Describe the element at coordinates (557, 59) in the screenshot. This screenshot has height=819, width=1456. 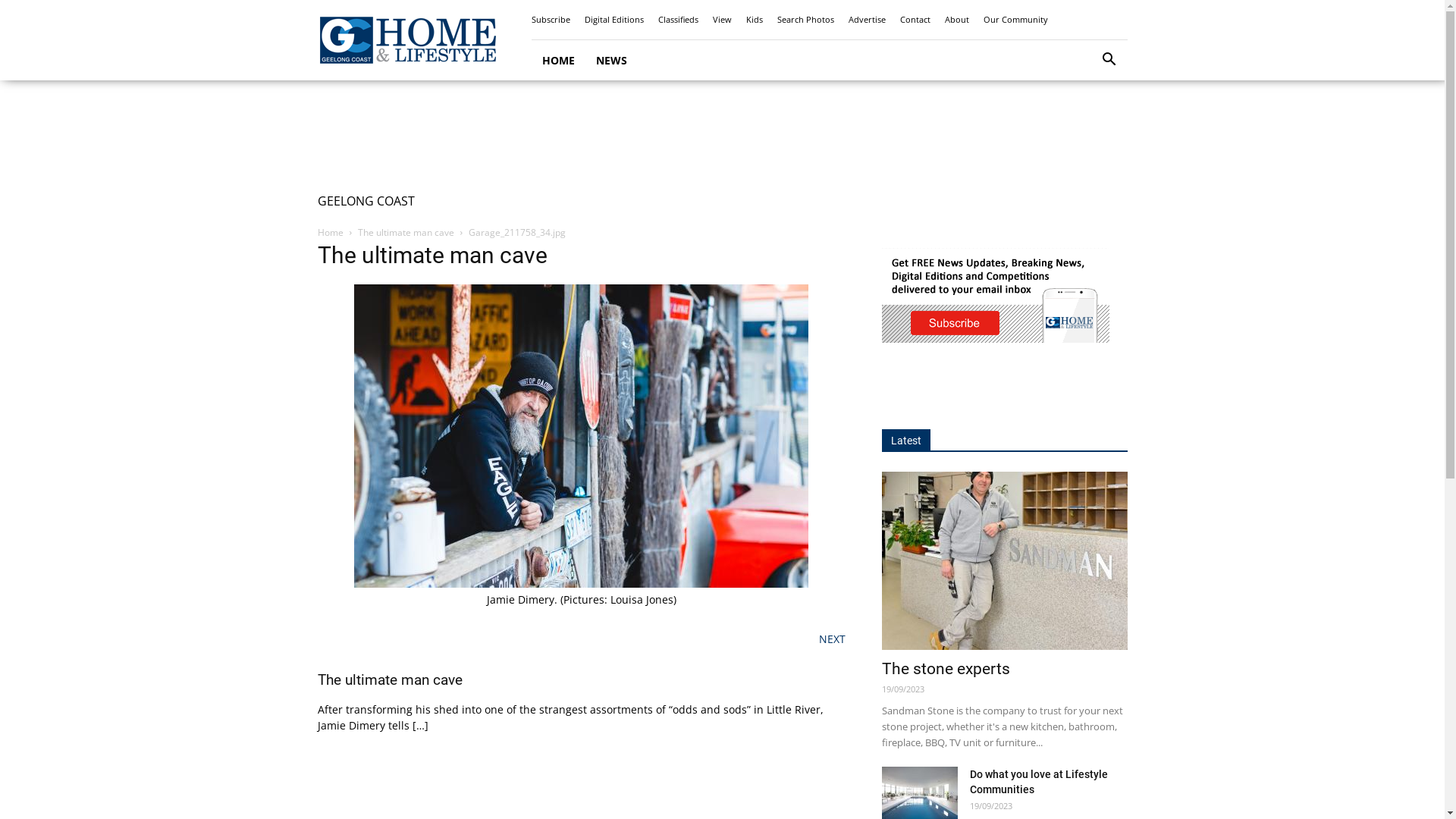
I see `'HOME'` at that location.